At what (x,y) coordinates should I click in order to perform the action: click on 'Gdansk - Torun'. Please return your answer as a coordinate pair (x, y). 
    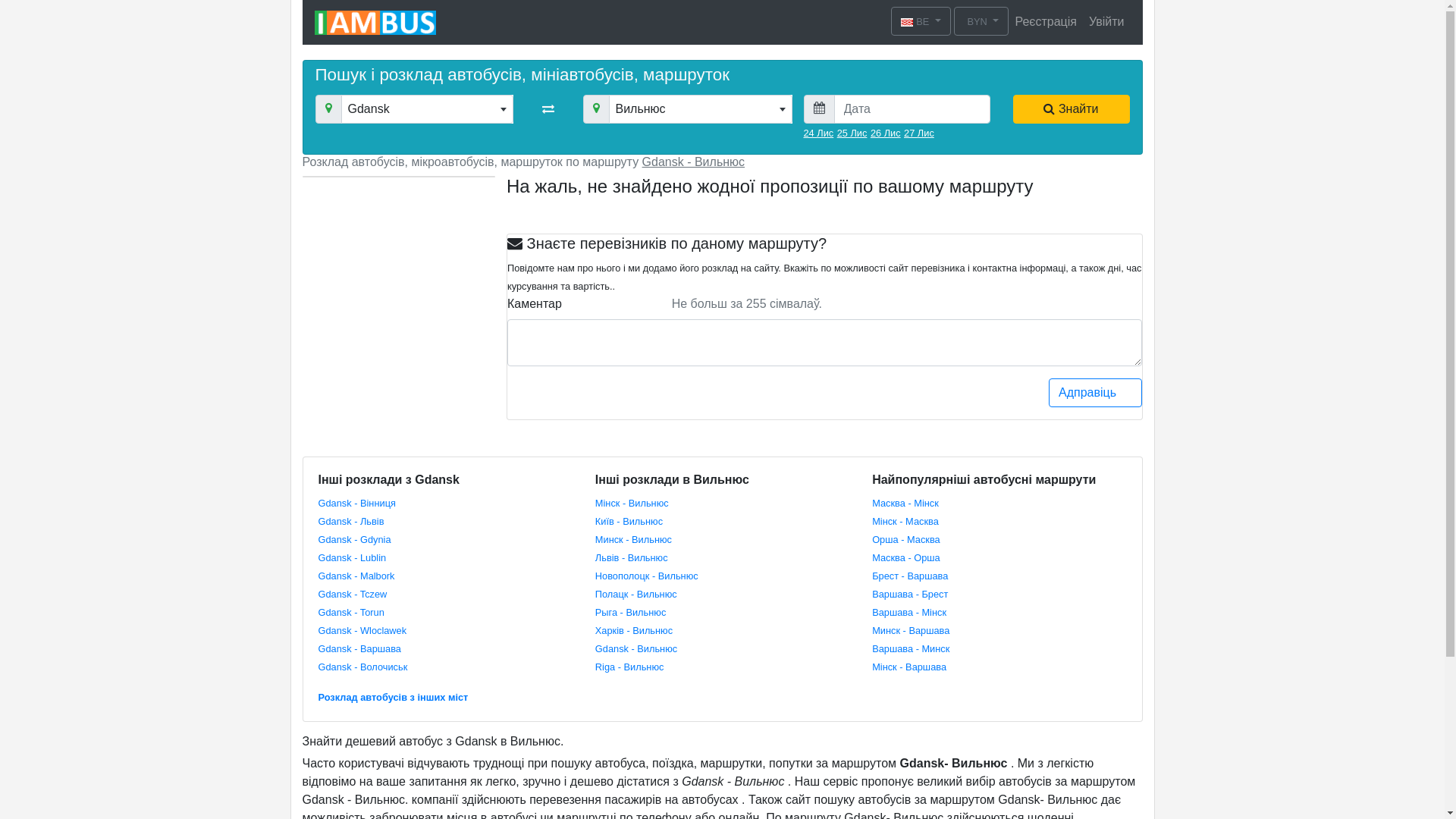
    Looking at the image, I should click on (350, 610).